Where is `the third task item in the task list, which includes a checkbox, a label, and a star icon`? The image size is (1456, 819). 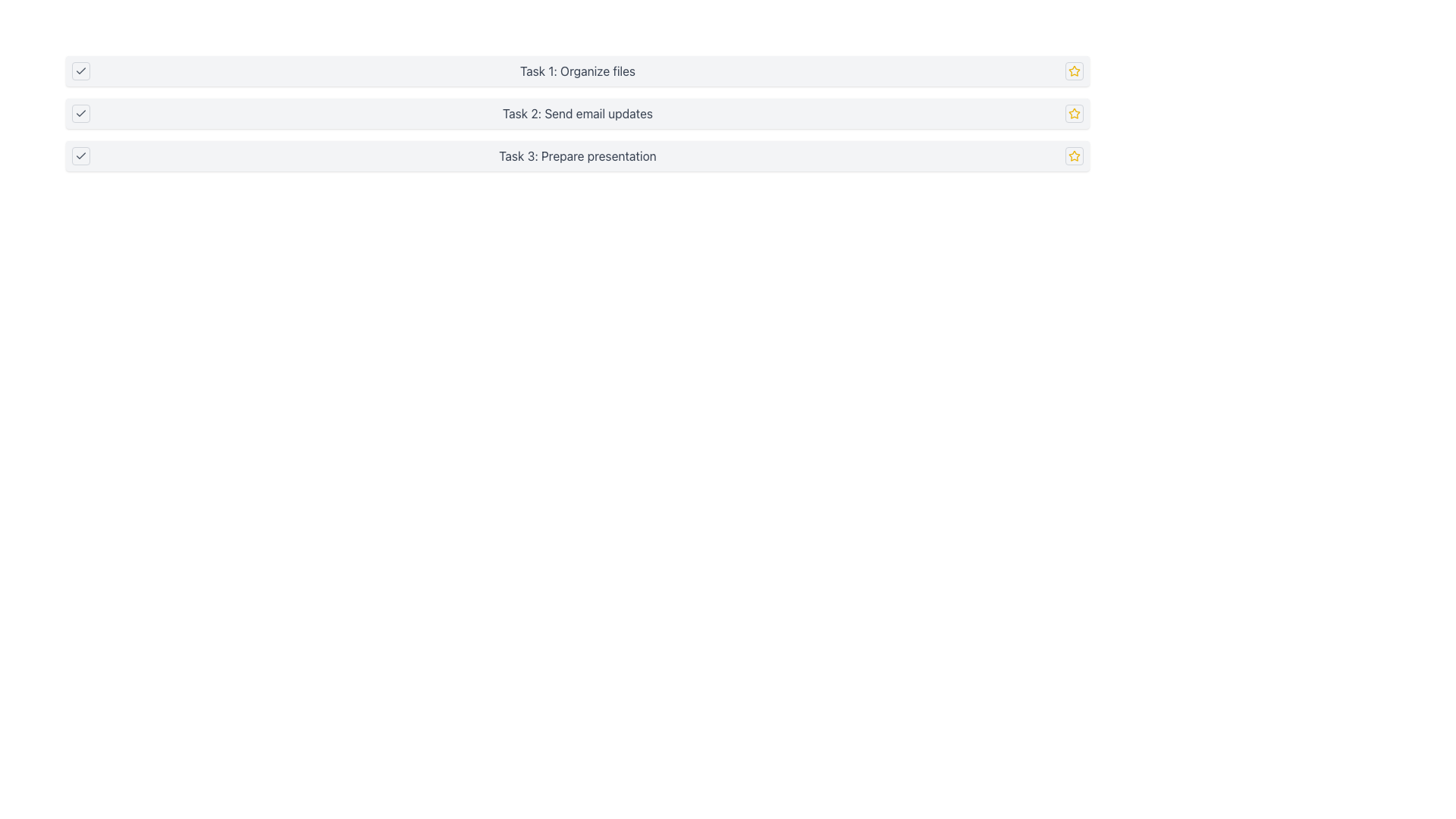 the third task item in the task list, which includes a checkbox, a label, and a star icon is located at coordinates (577, 155).